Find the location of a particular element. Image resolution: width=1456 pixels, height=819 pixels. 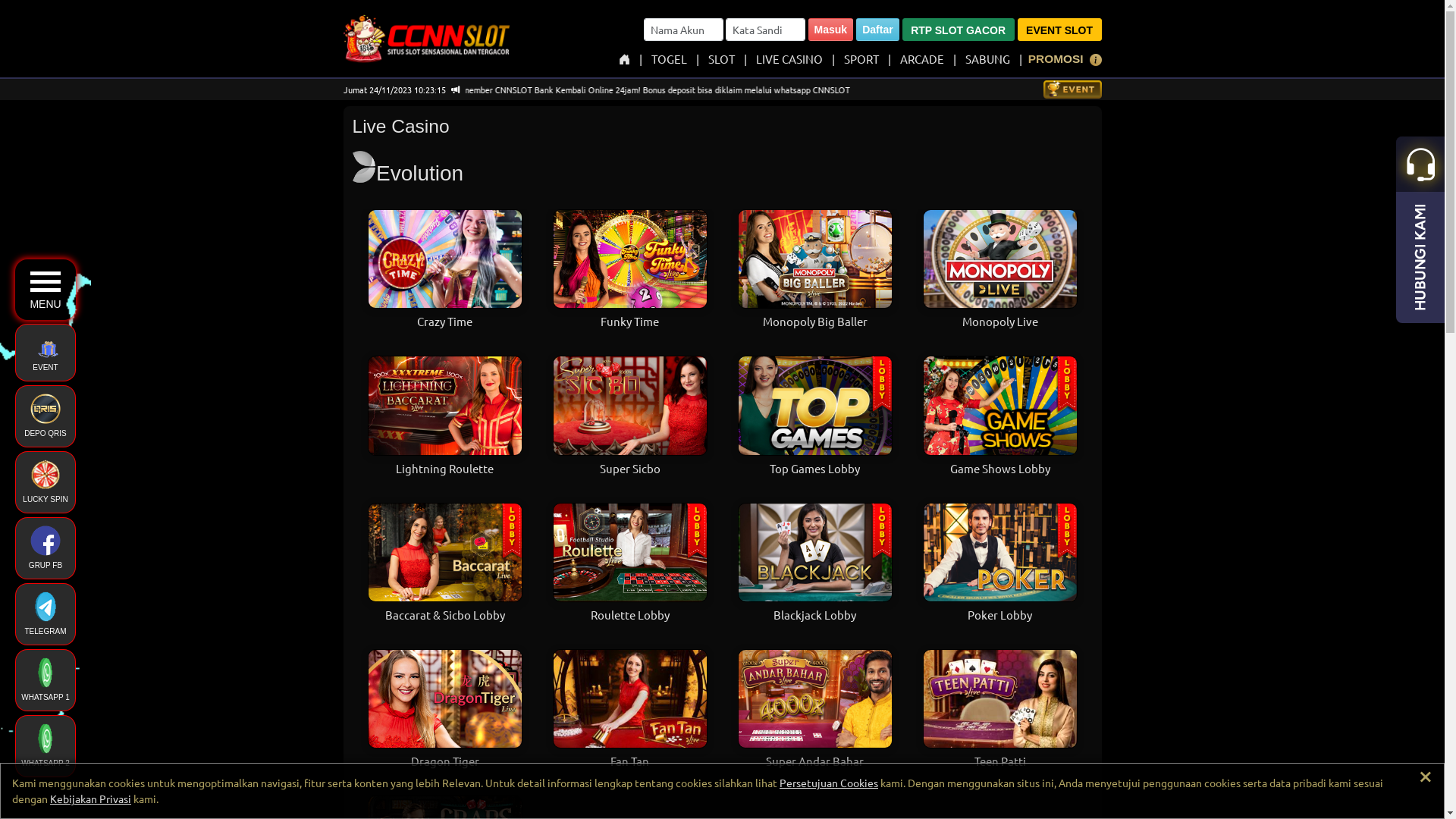

'TOGEL' is located at coordinates (651, 58).